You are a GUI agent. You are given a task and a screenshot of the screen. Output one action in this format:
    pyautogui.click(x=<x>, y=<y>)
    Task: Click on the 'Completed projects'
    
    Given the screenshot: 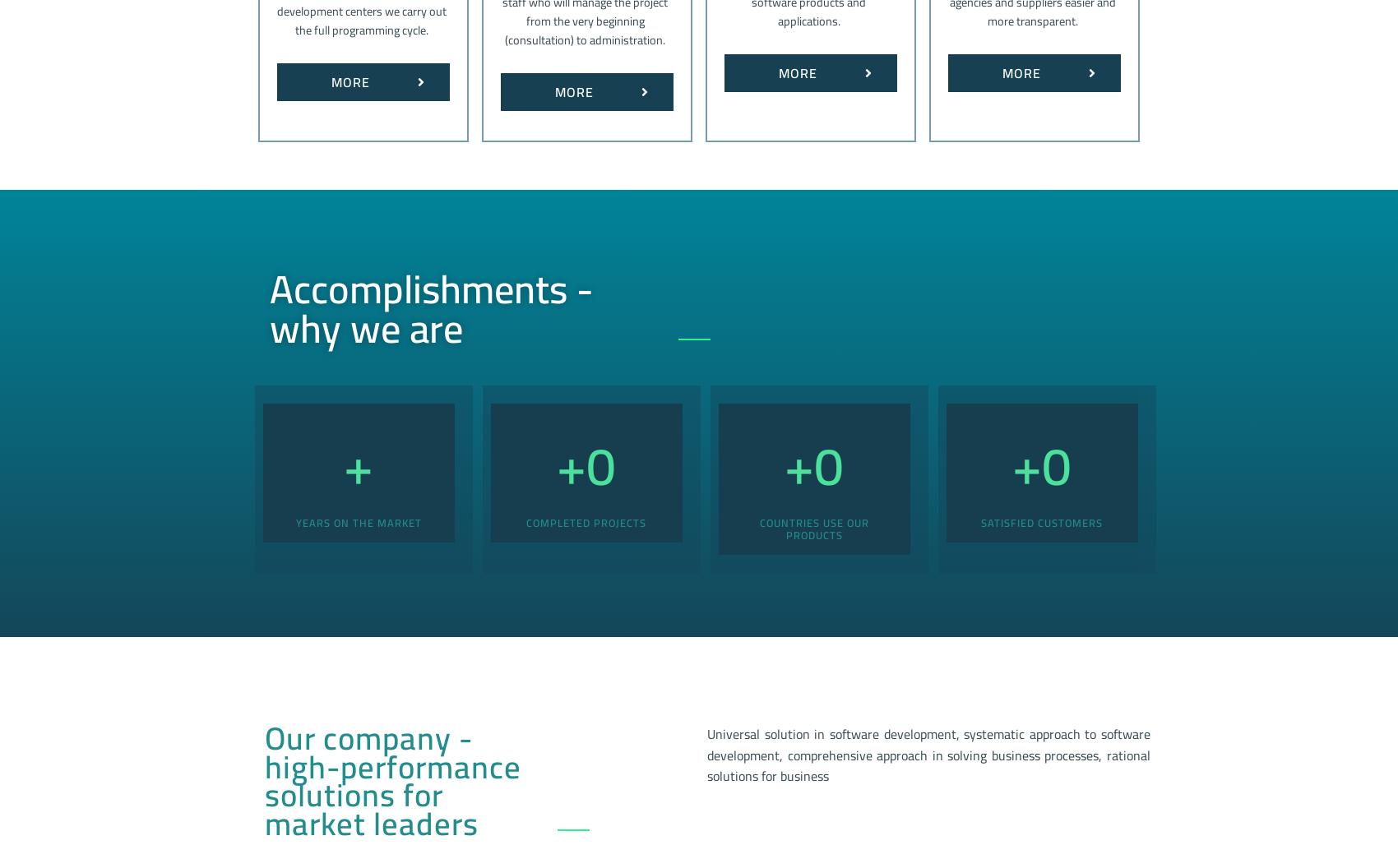 What is the action you would take?
    pyautogui.click(x=586, y=520)
    